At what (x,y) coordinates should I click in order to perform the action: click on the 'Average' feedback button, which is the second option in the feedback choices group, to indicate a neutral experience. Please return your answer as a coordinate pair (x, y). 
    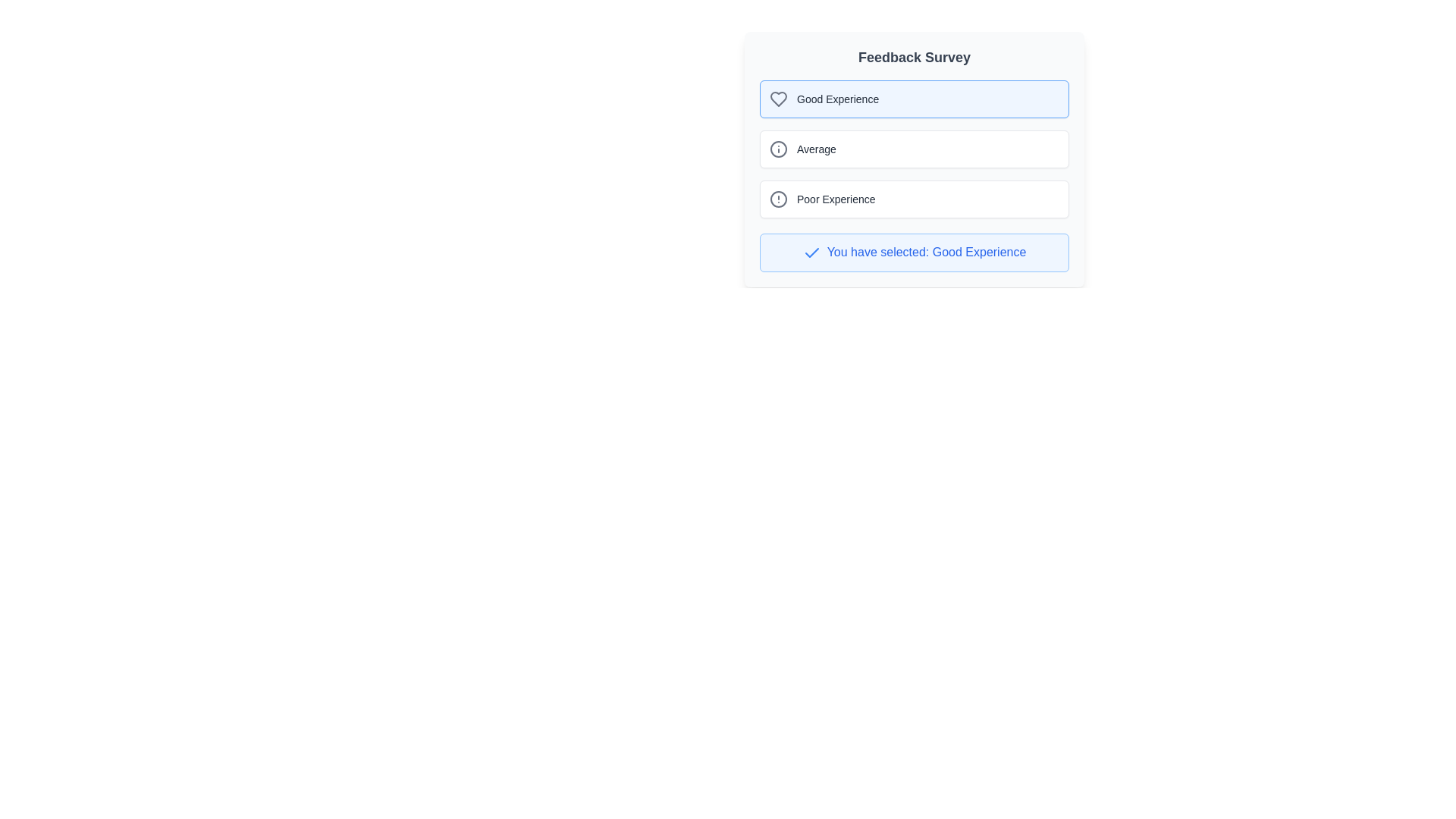
    Looking at the image, I should click on (913, 149).